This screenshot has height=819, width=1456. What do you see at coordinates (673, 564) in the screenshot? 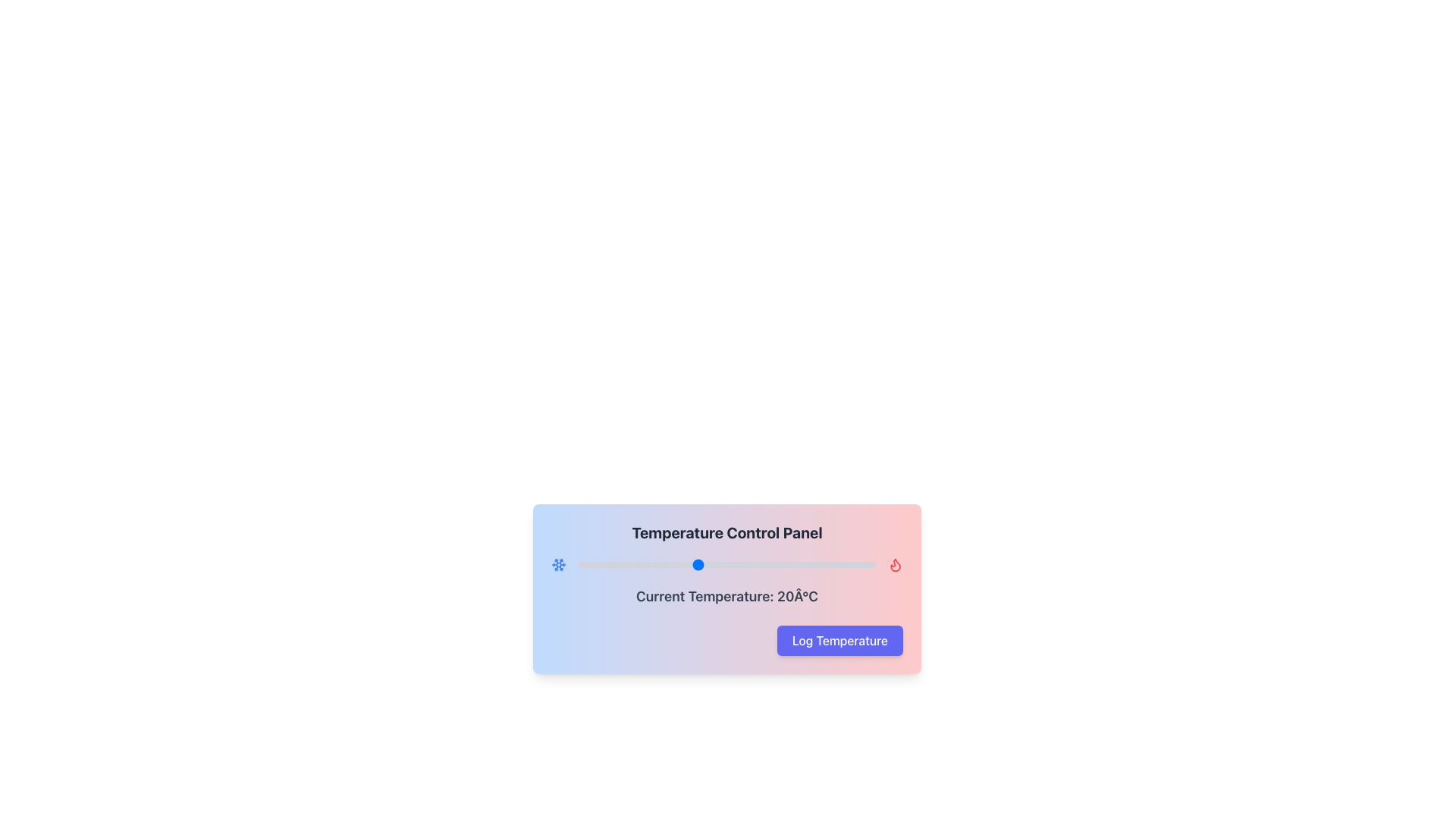
I see `the temperature slider` at bounding box center [673, 564].